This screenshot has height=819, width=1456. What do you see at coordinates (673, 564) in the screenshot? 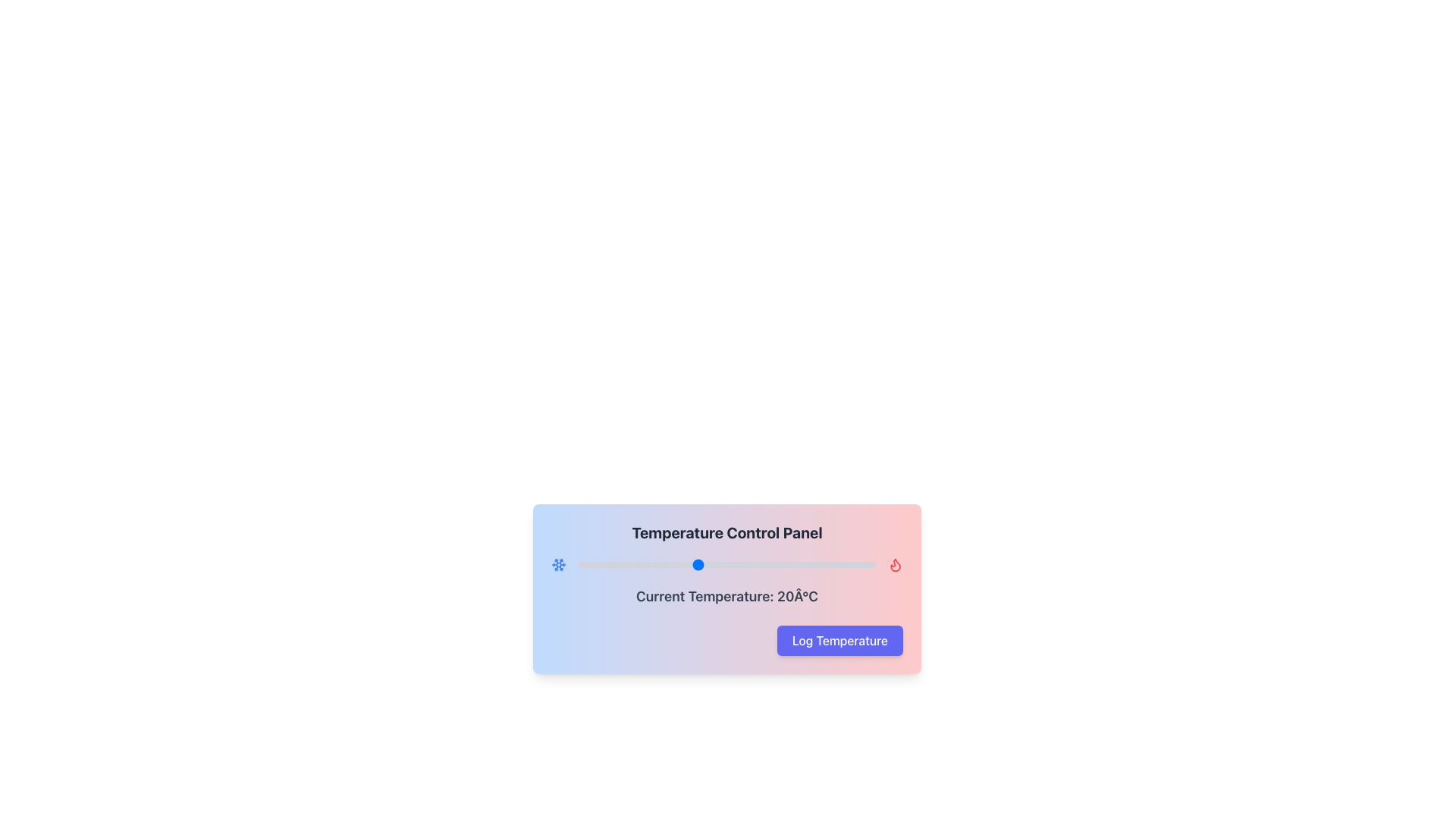
I see `the temperature slider` at bounding box center [673, 564].